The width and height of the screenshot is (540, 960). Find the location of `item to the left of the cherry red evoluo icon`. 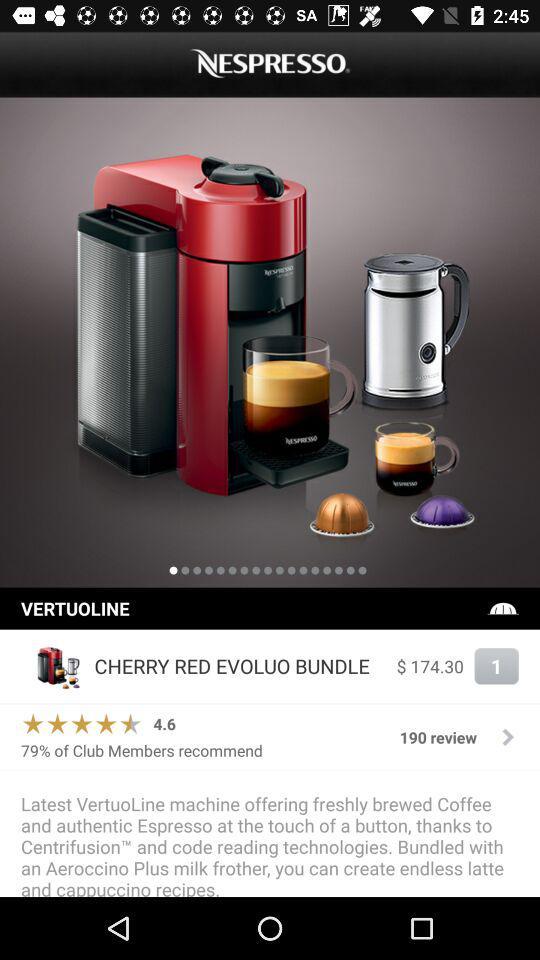

item to the left of the cherry red evoluo icon is located at coordinates (52, 666).